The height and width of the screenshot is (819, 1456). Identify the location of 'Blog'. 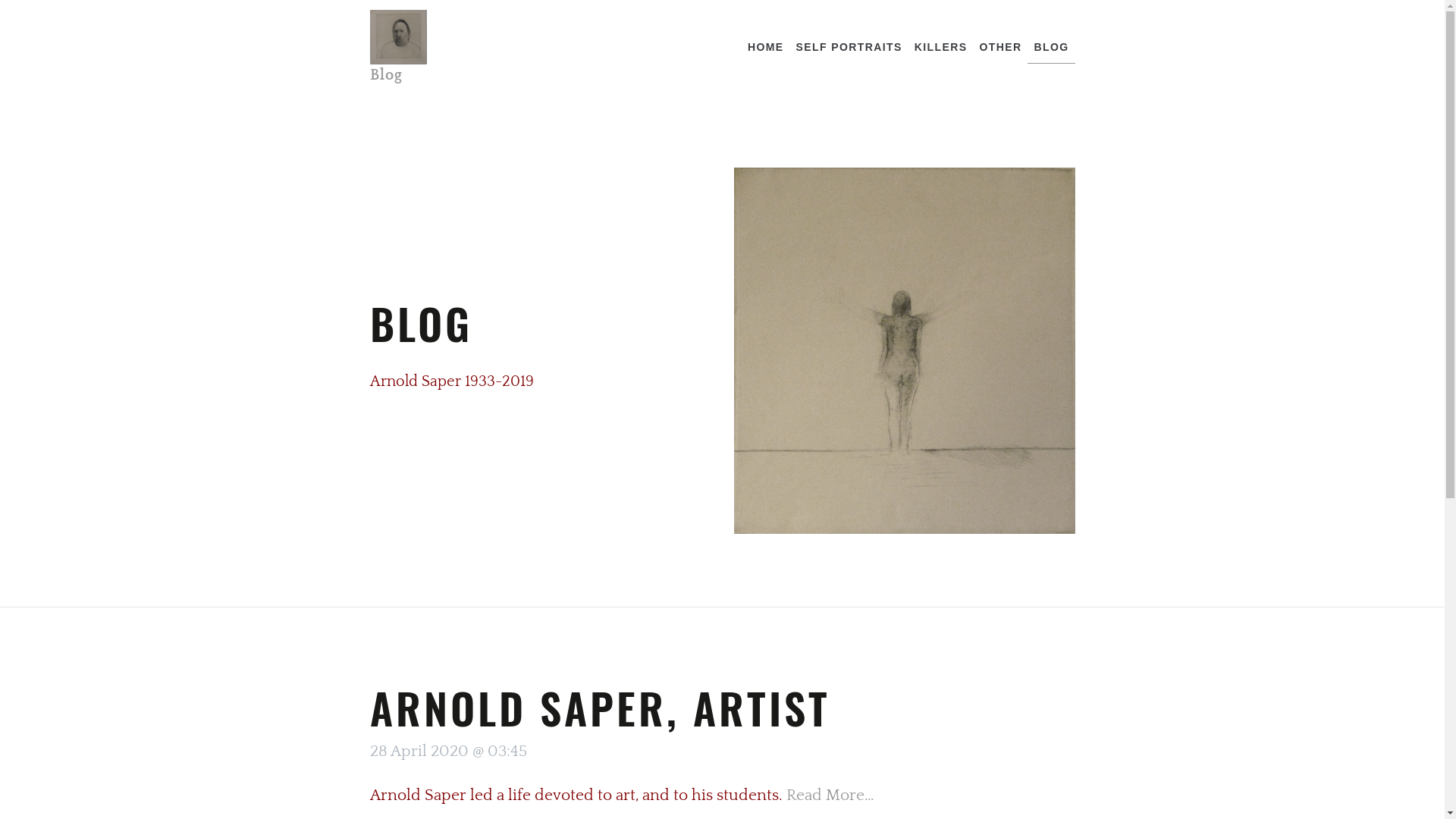
(398, 46).